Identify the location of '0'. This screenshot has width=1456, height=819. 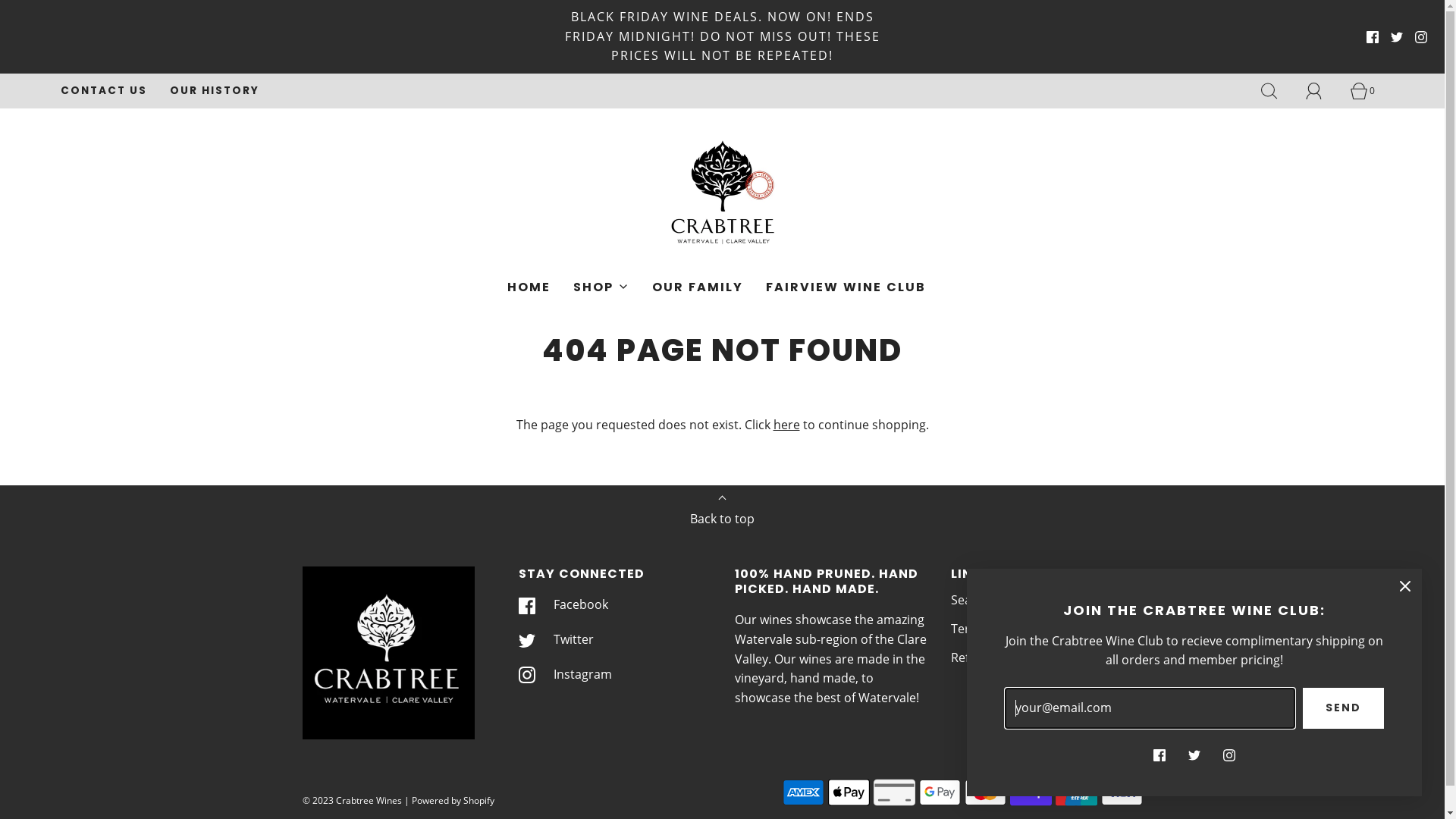
(1350, 90).